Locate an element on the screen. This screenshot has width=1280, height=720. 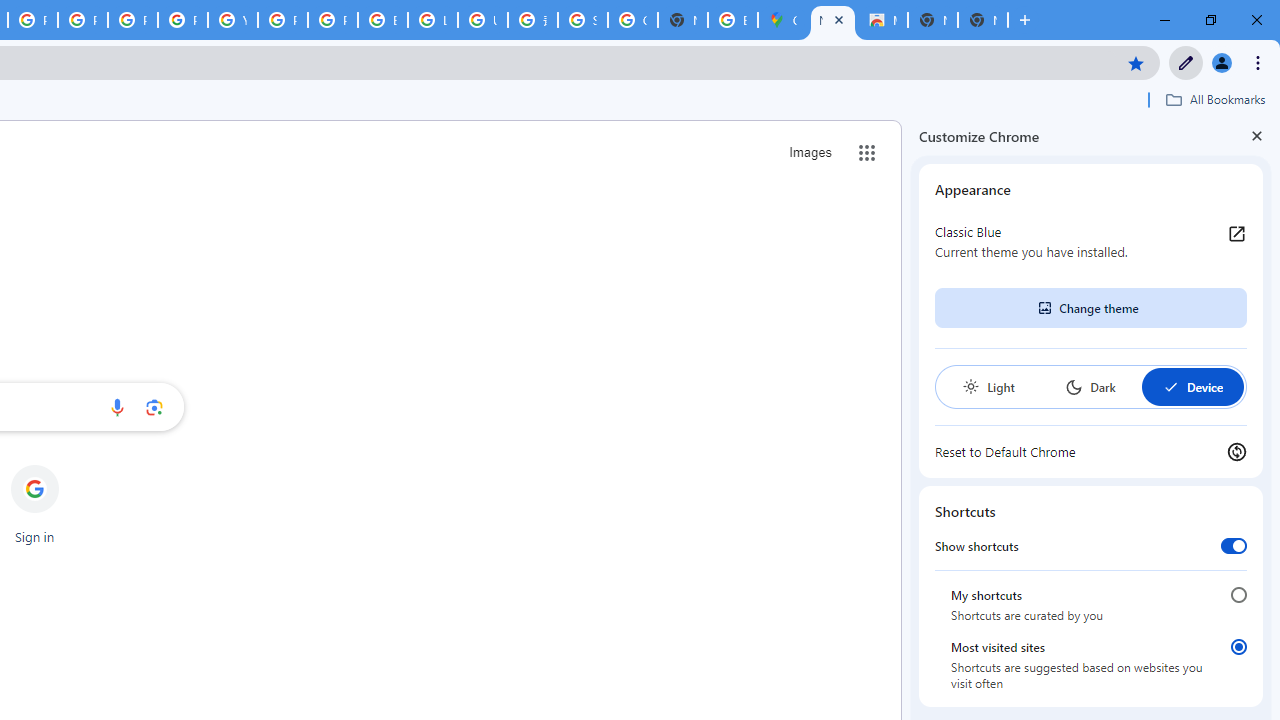
'Search by image' is located at coordinates (153, 406).